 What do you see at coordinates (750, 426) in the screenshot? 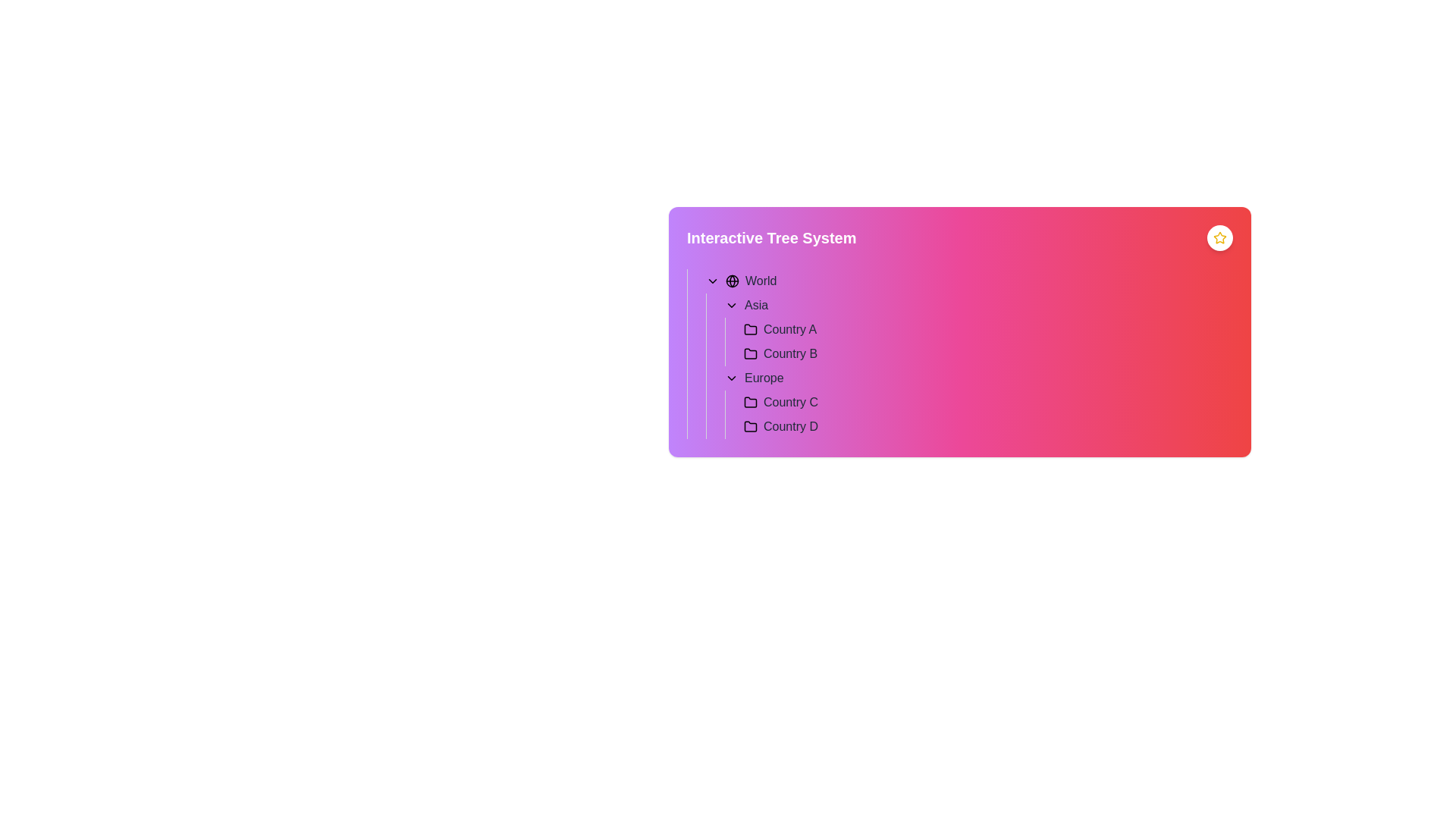
I see `the folder icon representing 'Country D' in the hierarchical tree structure` at bounding box center [750, 426].